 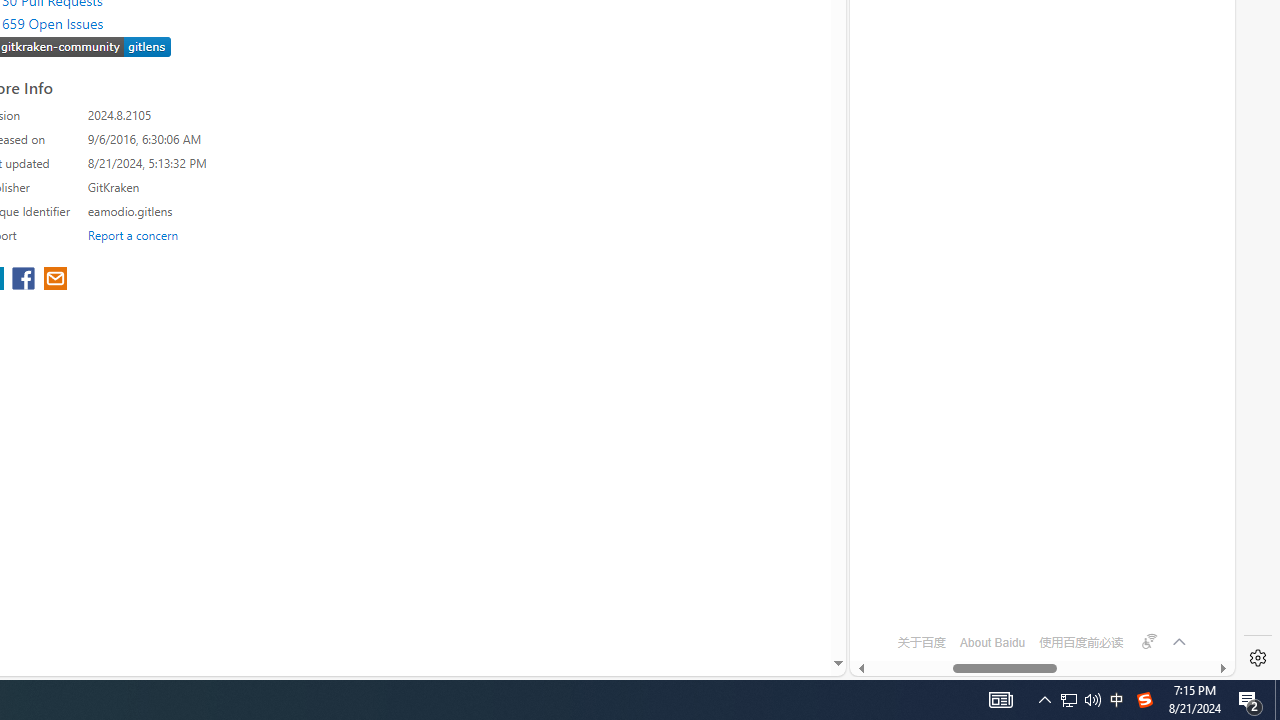 I want to click on 'Report a concern', so click(x=132, y=234).